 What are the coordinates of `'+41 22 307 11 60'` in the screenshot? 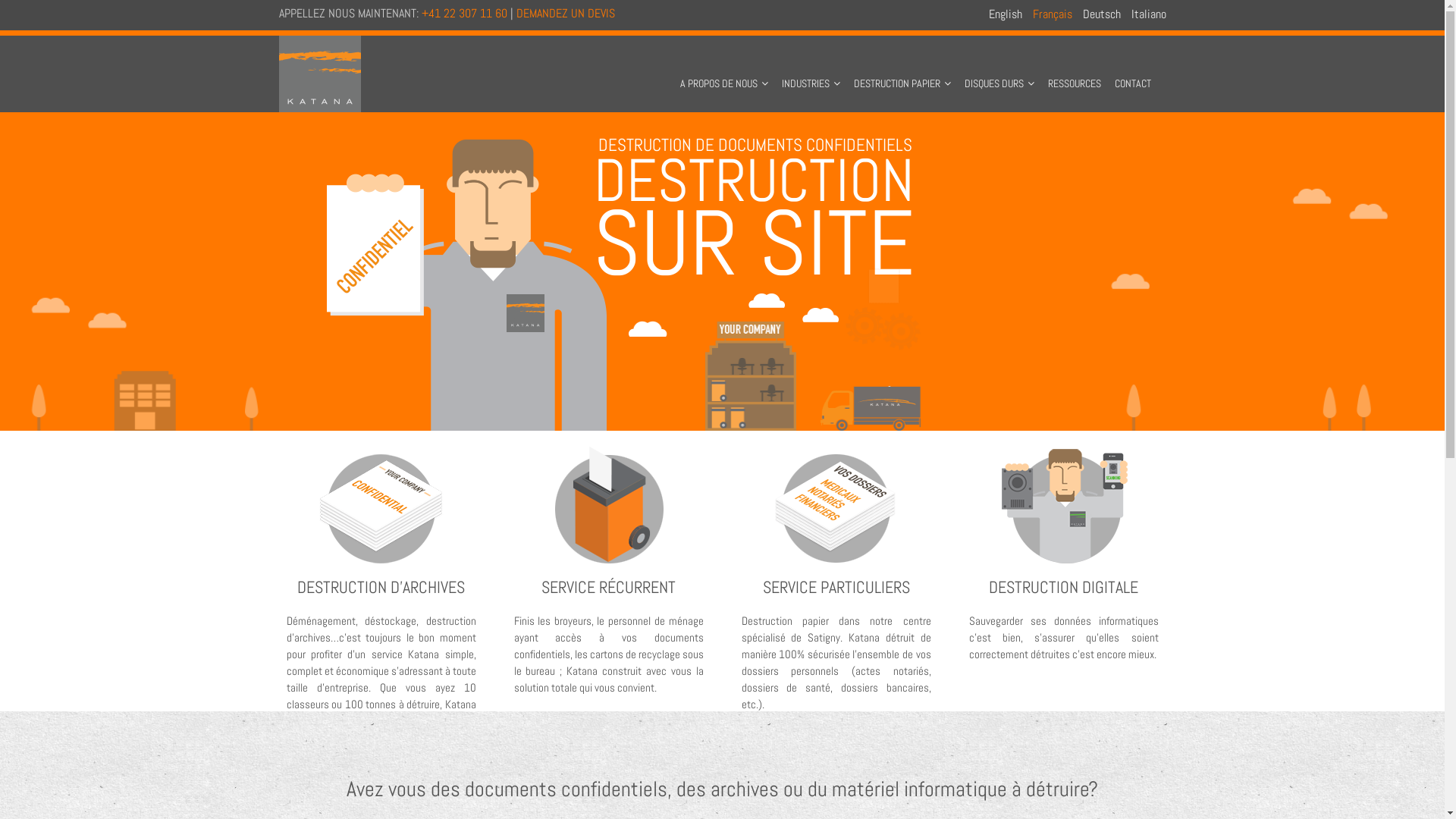 It's located at (463, 13).